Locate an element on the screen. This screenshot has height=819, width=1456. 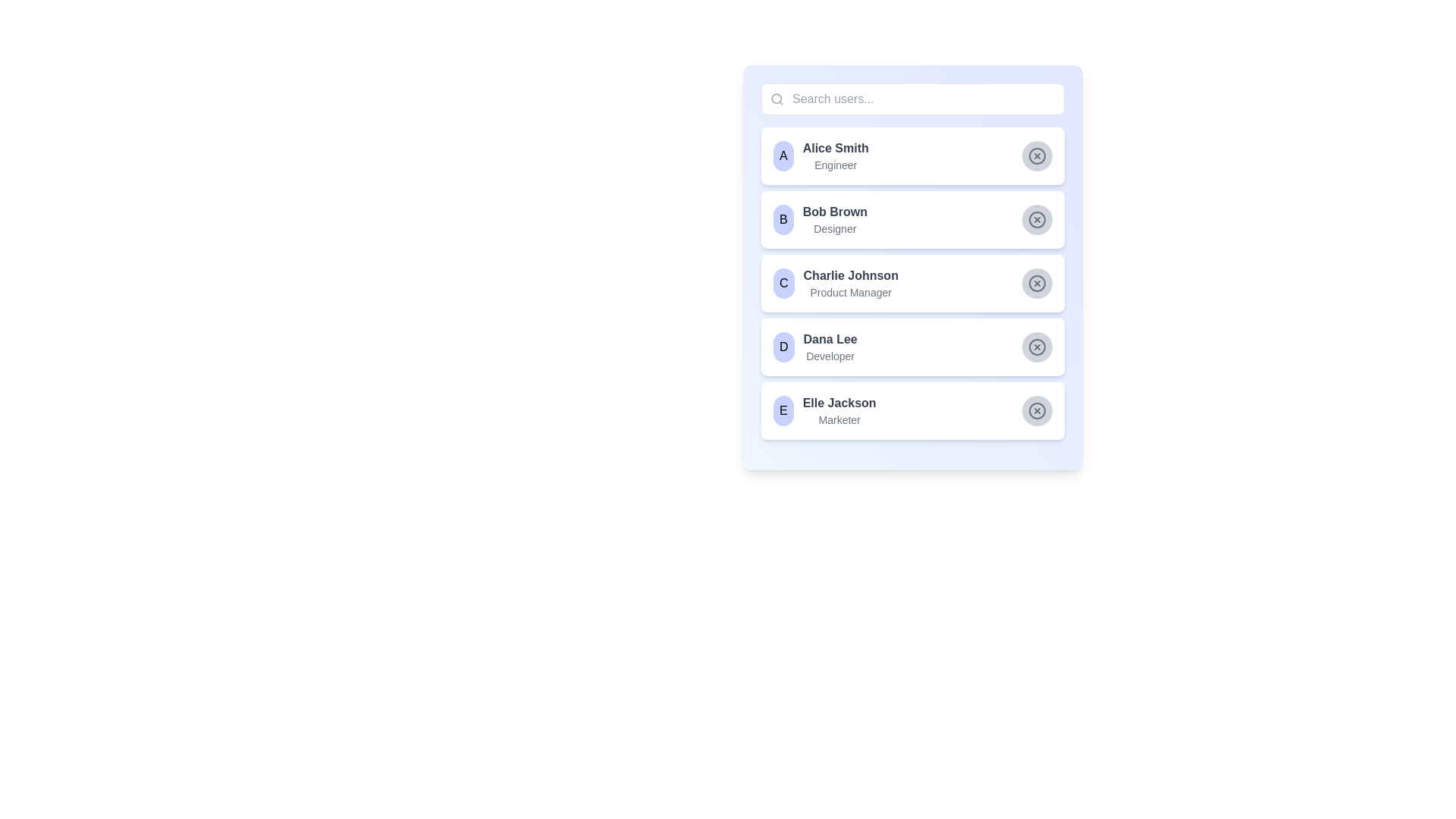
the text label displaying 'Product Manager' beneath 'Charlie Johnson' in the user profile card is located at coordinates (851, 292).